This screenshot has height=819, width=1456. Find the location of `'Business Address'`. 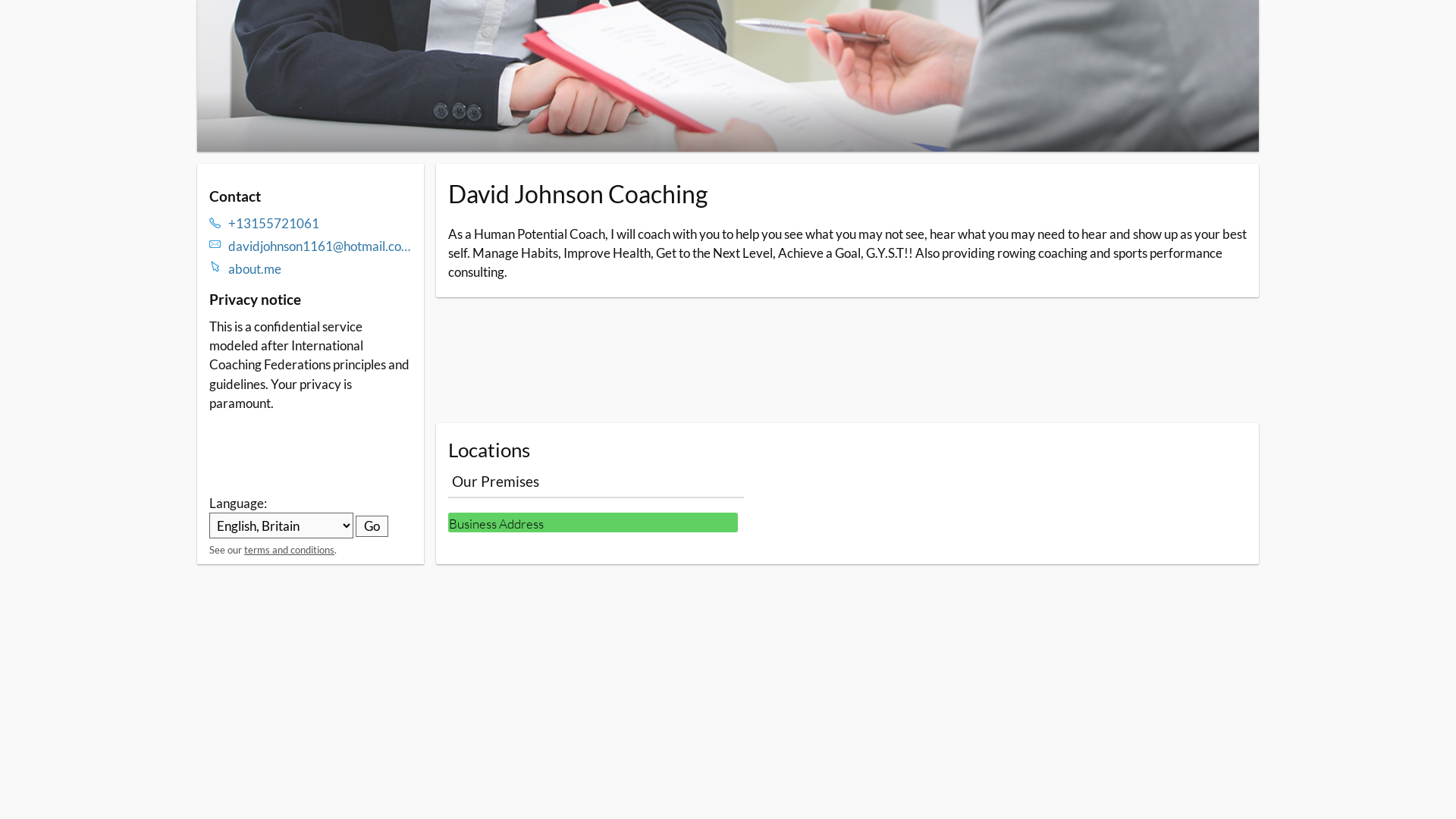

'Business Address' is located at coordinates (591, 522).